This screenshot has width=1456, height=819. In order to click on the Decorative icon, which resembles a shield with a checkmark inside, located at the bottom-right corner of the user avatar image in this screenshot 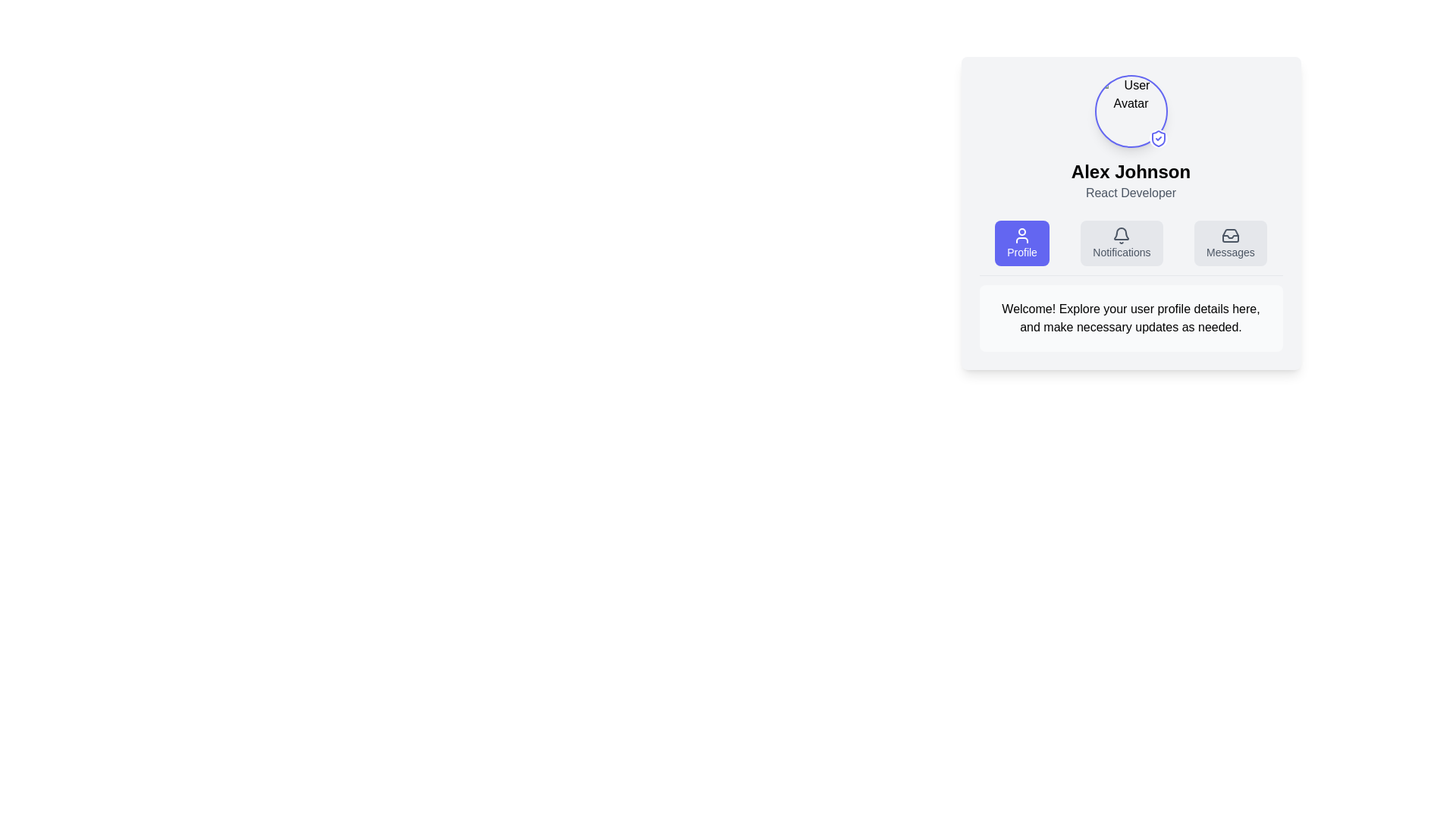, I will do `click(1157, 138)`.